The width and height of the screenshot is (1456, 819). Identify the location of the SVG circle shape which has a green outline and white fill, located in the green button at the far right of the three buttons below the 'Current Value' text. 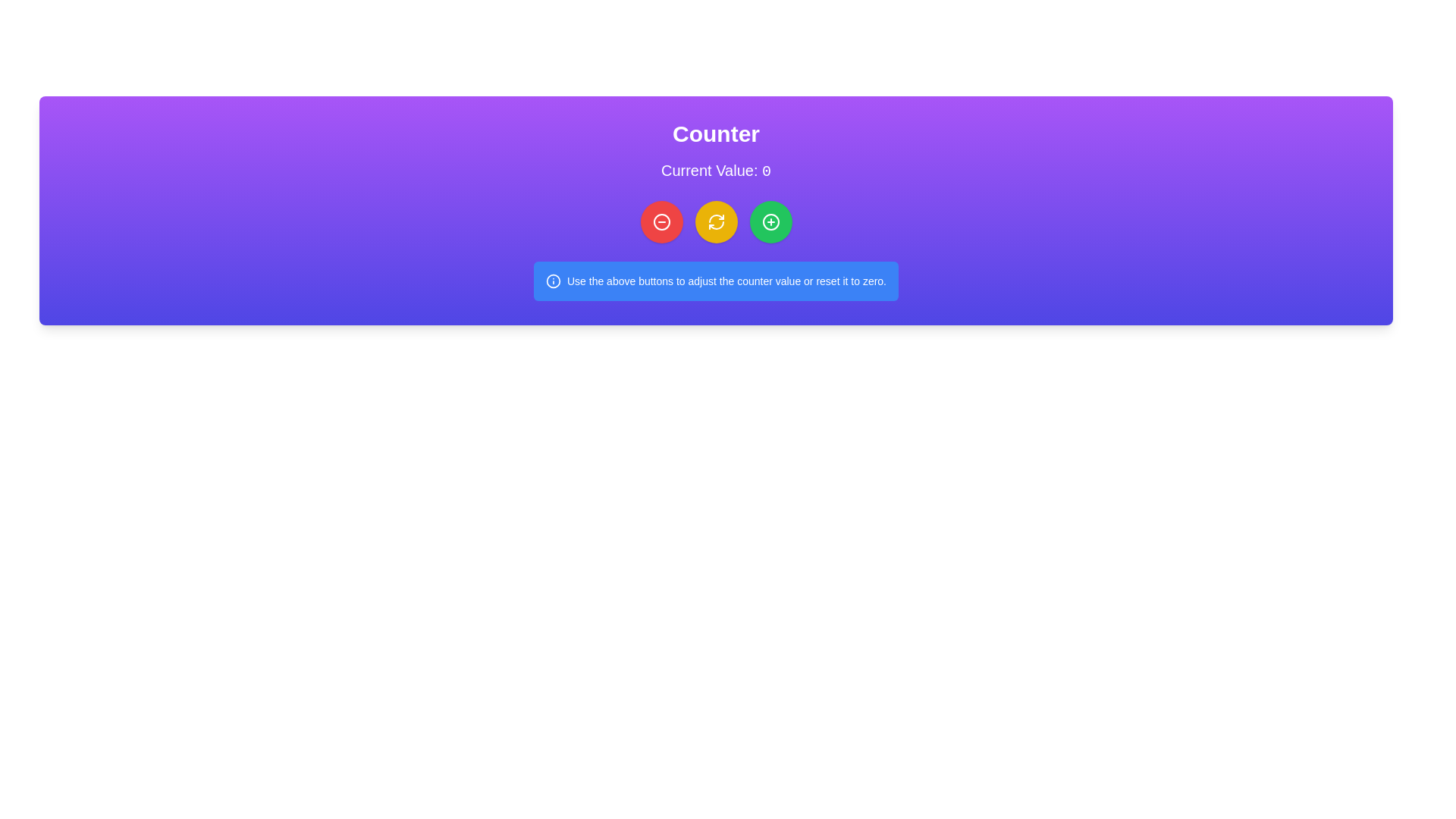
(770, 222).